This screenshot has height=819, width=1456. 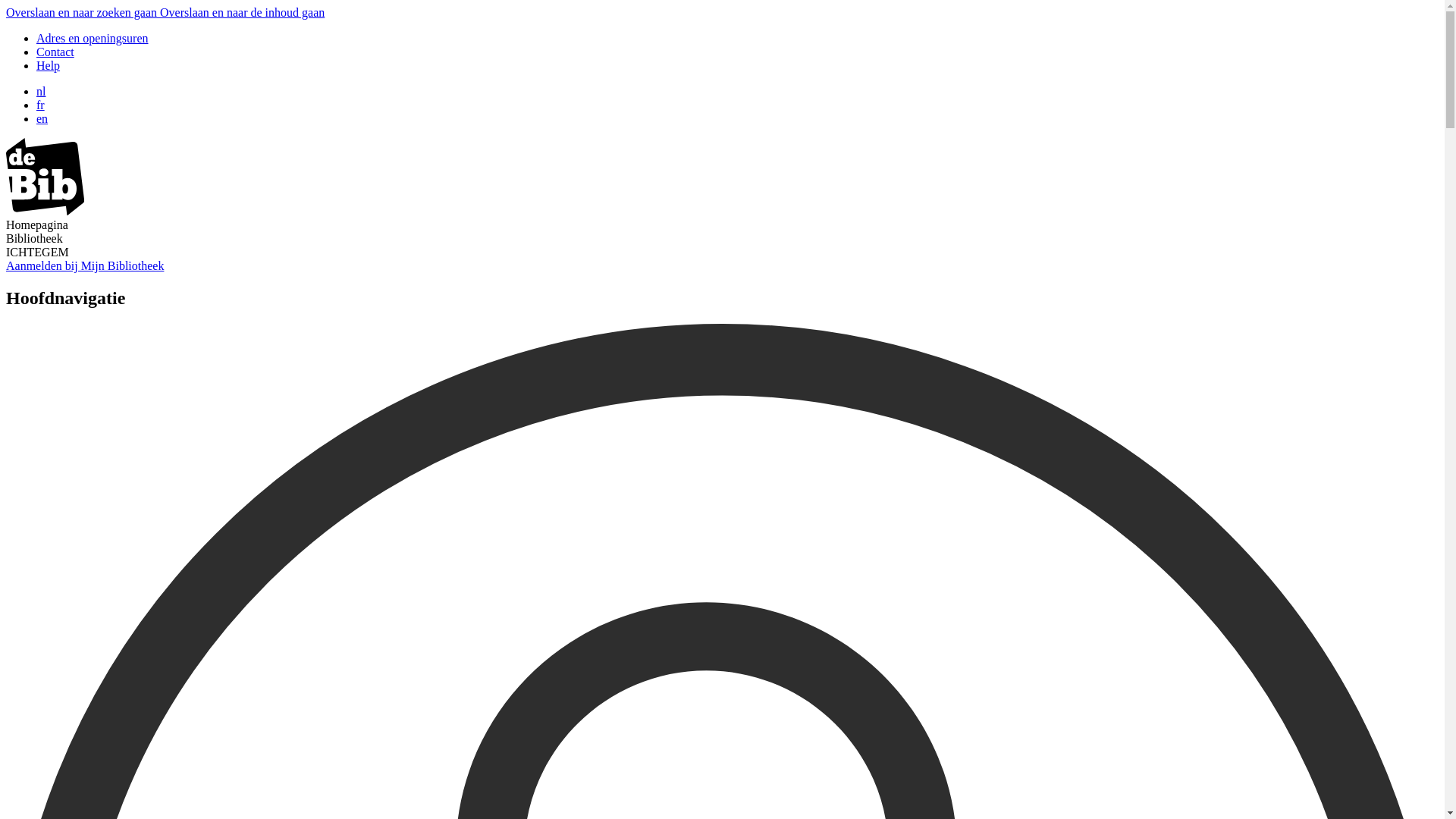 I want to click on 'Help', so click(x=48, y=64).